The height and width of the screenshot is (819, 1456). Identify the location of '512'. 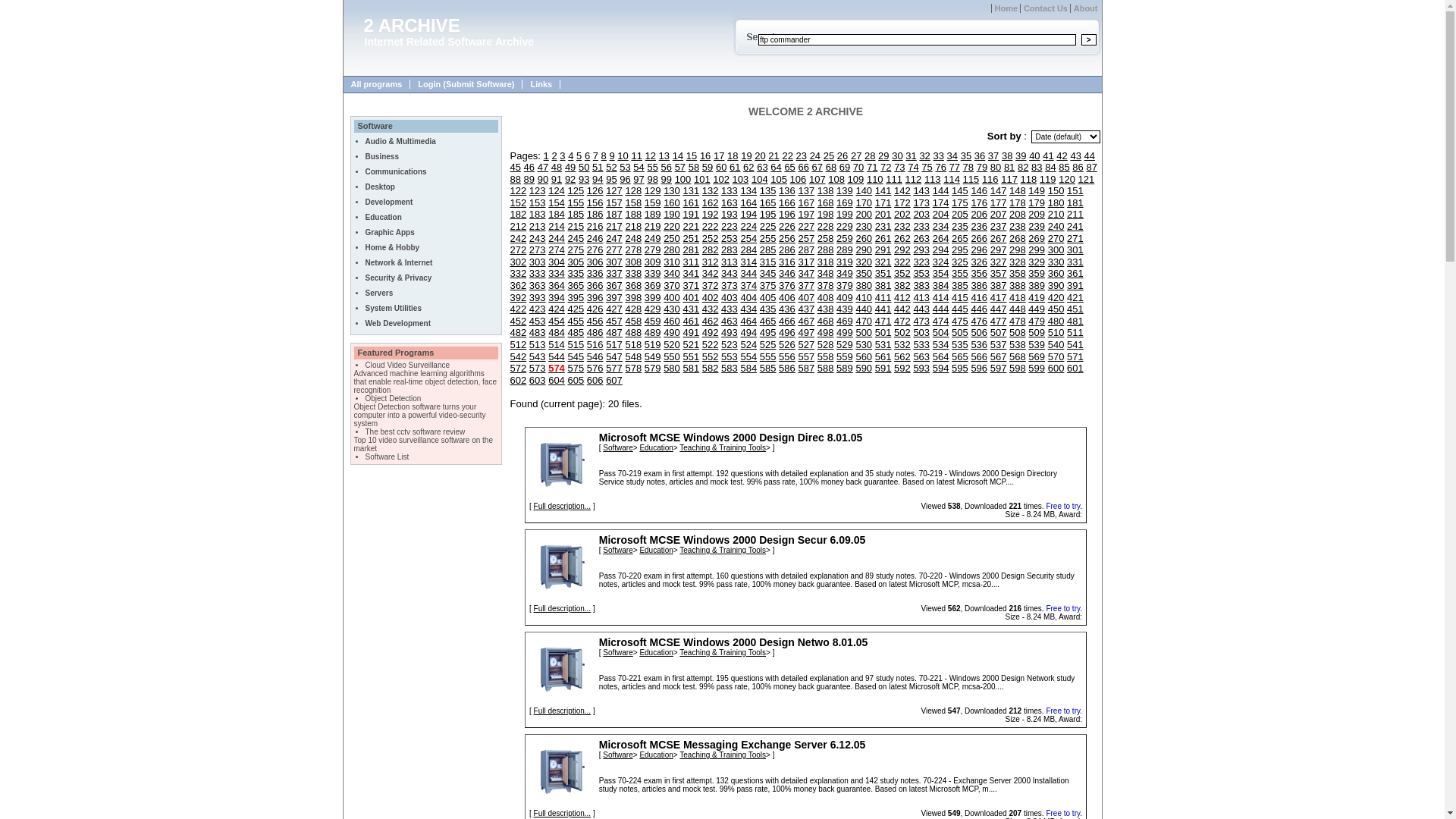
(510, 344).